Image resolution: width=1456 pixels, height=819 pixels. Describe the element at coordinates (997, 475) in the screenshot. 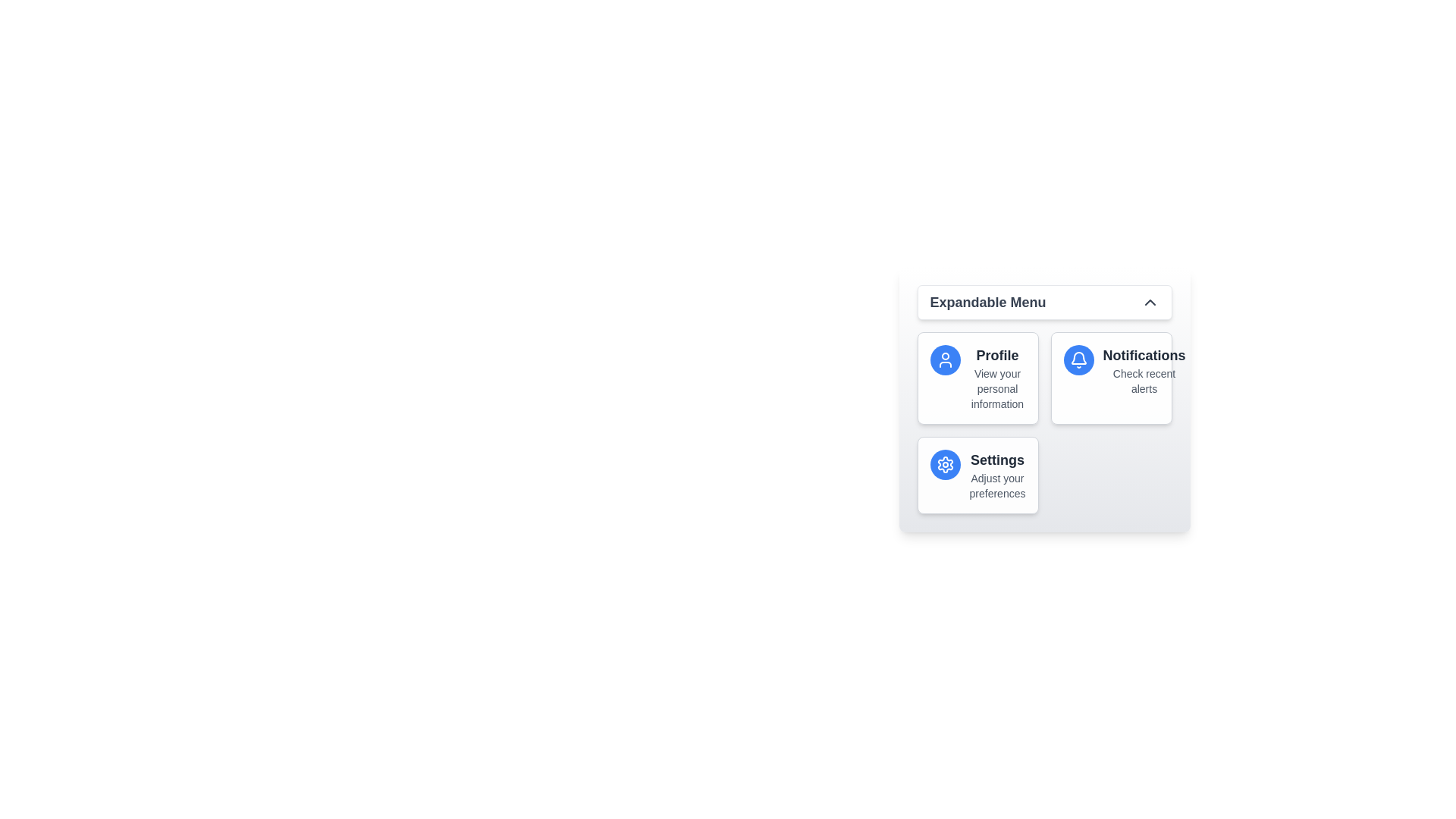

I see `the 'Settings' option in the menu` at that location.